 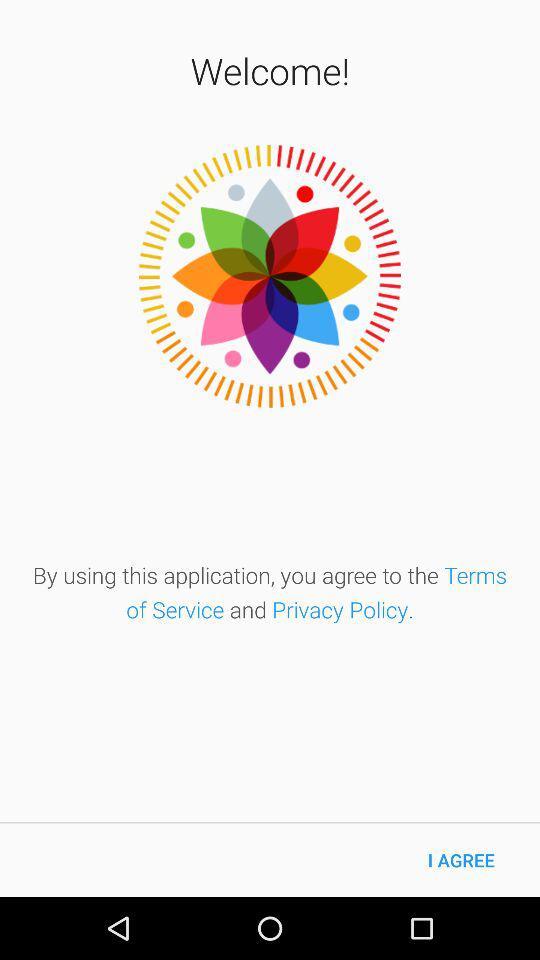 I want to click on the by using this, so click(x=270, y=592).